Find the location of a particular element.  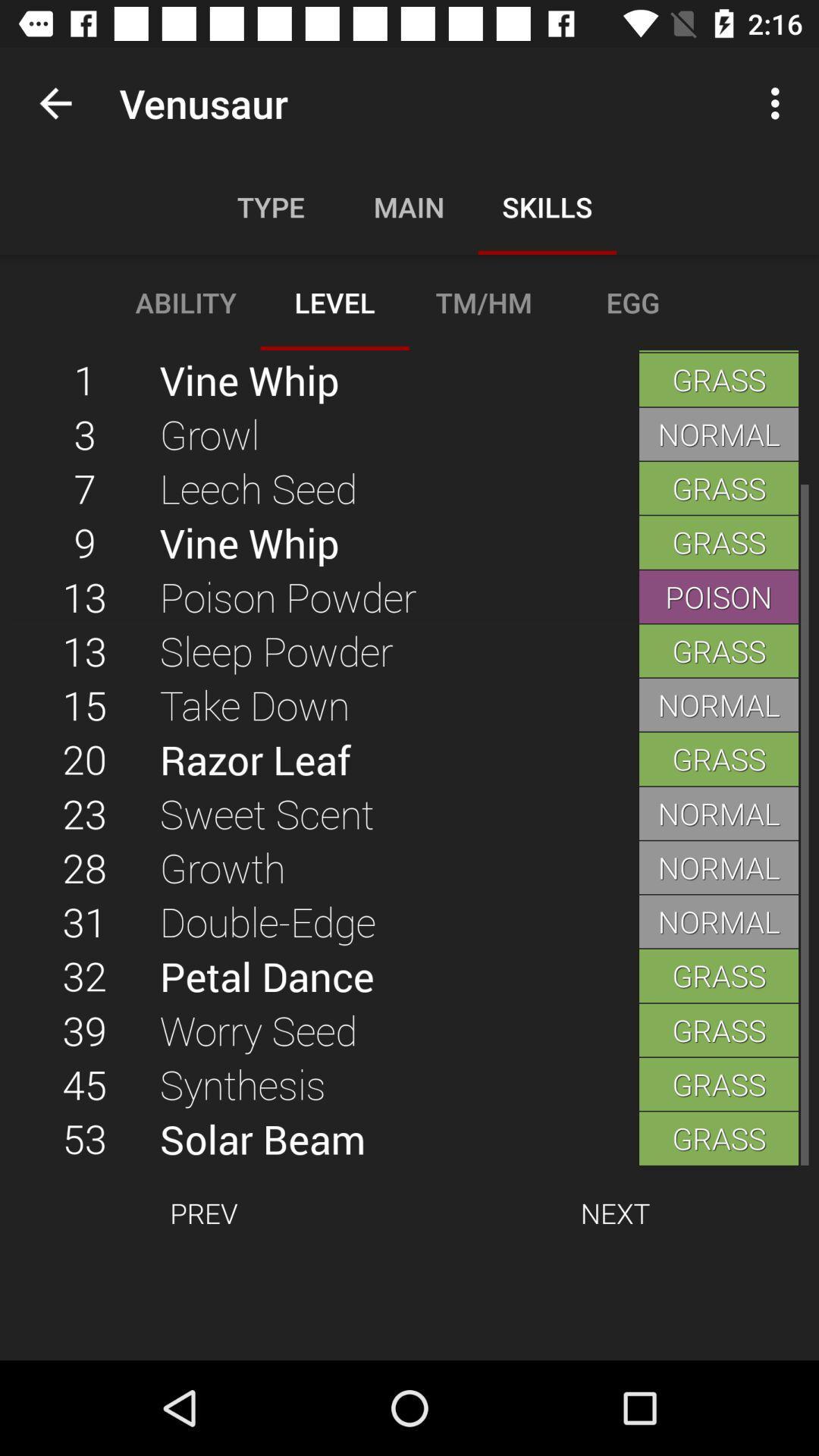

the item to the left of worry seed icon is located at coordinates (85, 1083).